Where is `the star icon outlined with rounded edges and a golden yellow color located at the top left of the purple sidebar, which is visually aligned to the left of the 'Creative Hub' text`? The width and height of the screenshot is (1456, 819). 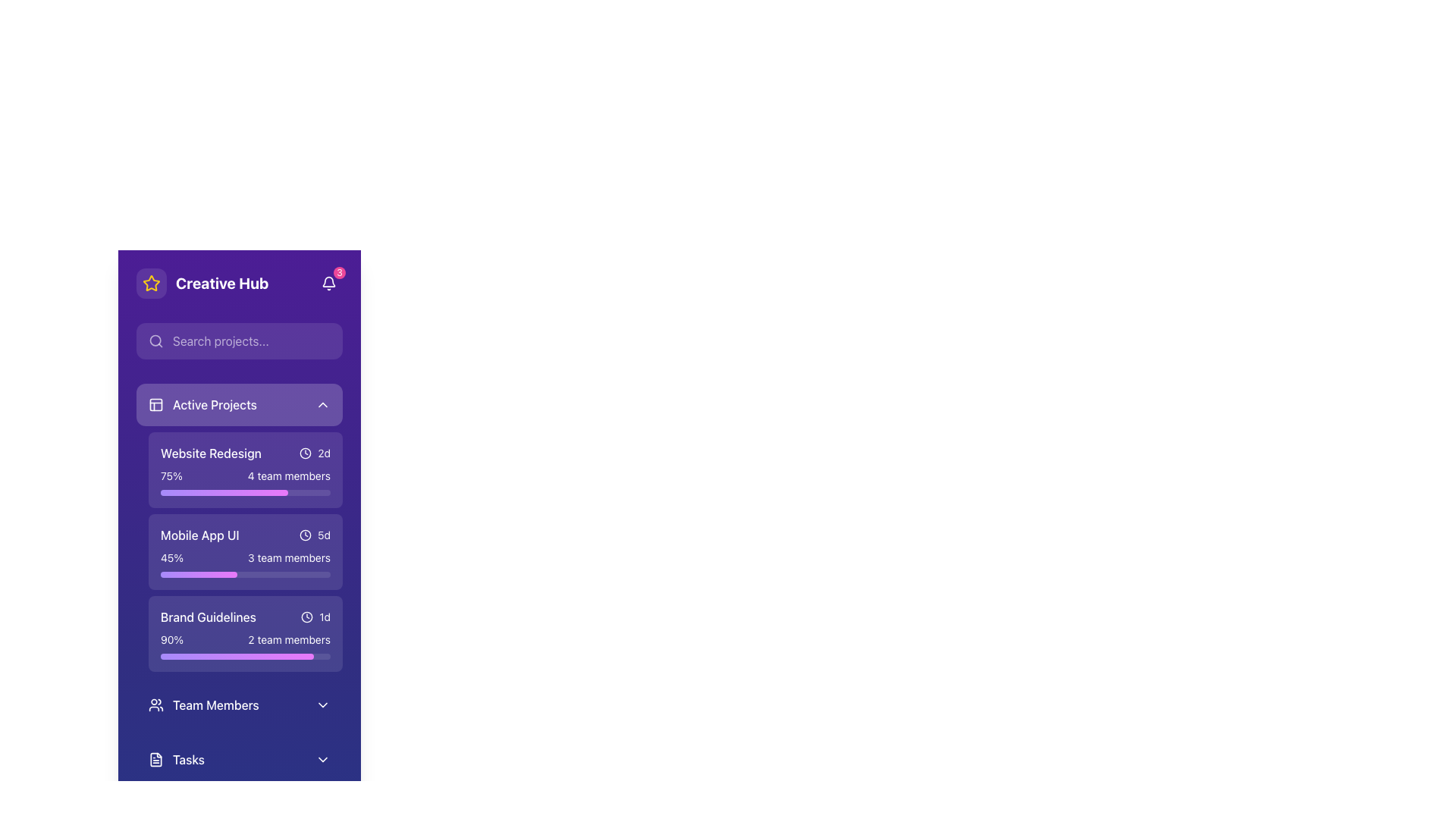
the star icon outlined with rounded edges and a golden yellow color located at the top left of the purple sidebar, which is visually aligned to the left of the 'Creative Hub' text is located at coordinates (152, 284).